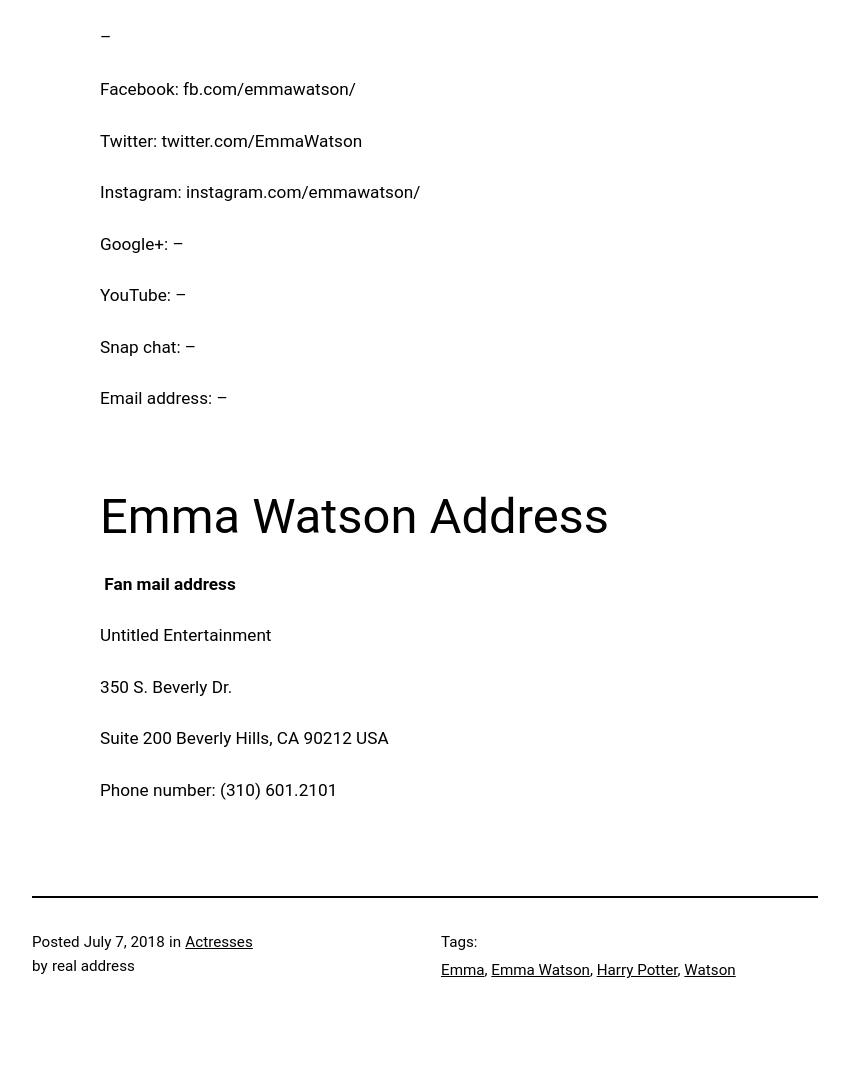 This screenshot has width=850, height=1074. What do you see at coordinates (218, 941) in the screenshot?
I see `'Actresses'` at bounding box center [218, 941].